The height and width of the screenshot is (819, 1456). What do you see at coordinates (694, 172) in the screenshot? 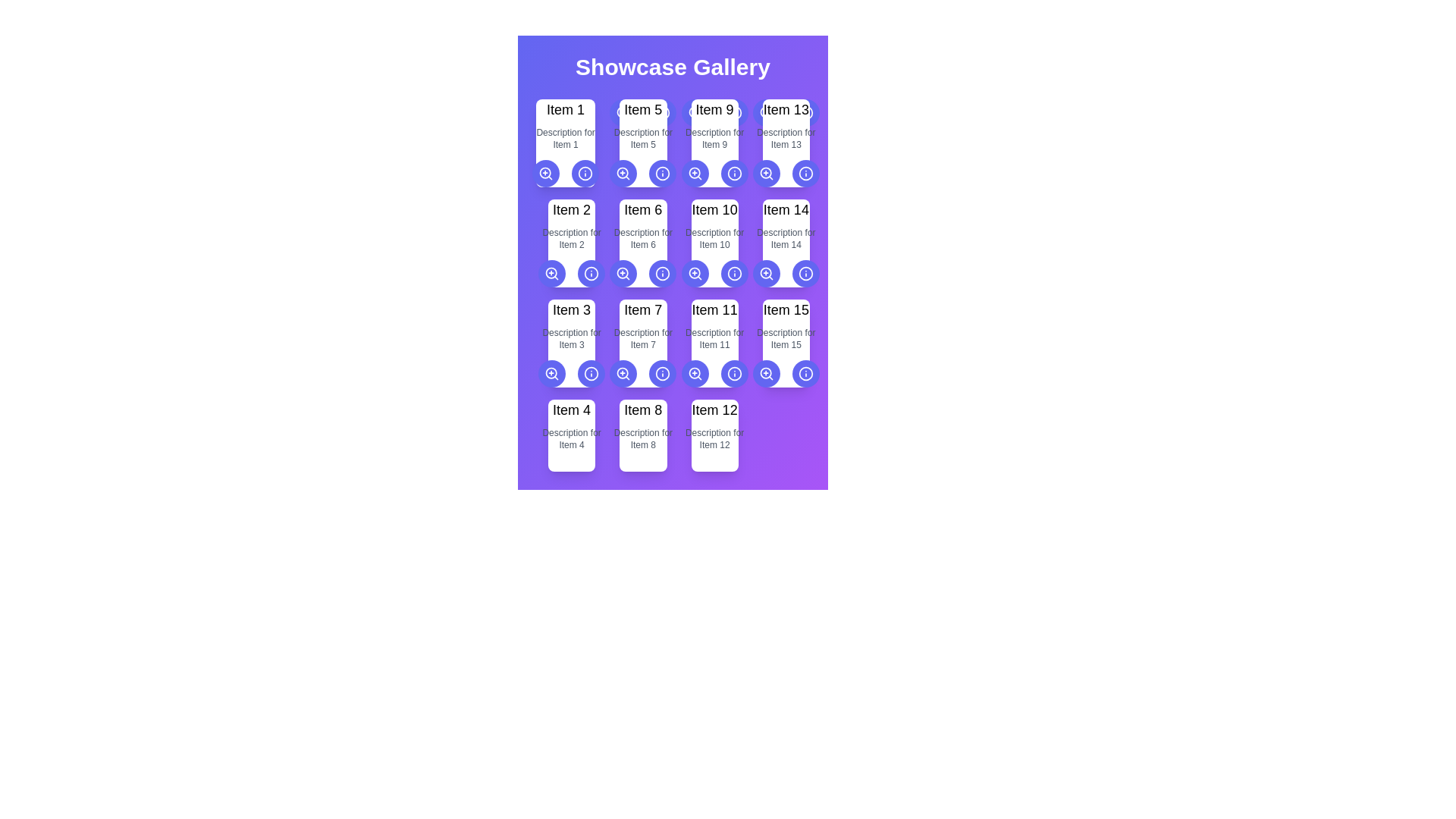
I see `the zoom-in SVG icon embedded within the button below the 'Item 9' card in the third column of the 'Showcase Gallery' grid layout` at bounding box center [694, 172].